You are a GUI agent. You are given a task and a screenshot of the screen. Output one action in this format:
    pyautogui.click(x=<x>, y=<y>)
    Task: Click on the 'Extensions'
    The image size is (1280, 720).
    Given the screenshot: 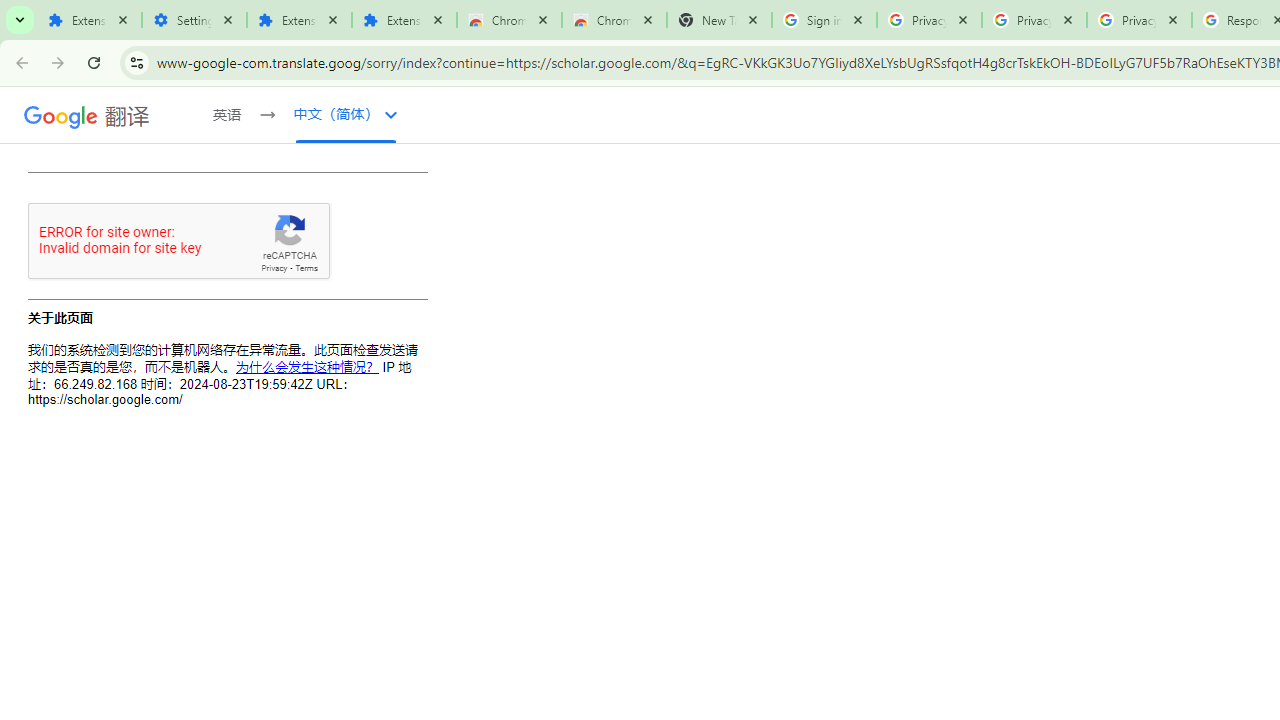 What is the action you would take?
    pyautogui.click(x=298, y=20)
    